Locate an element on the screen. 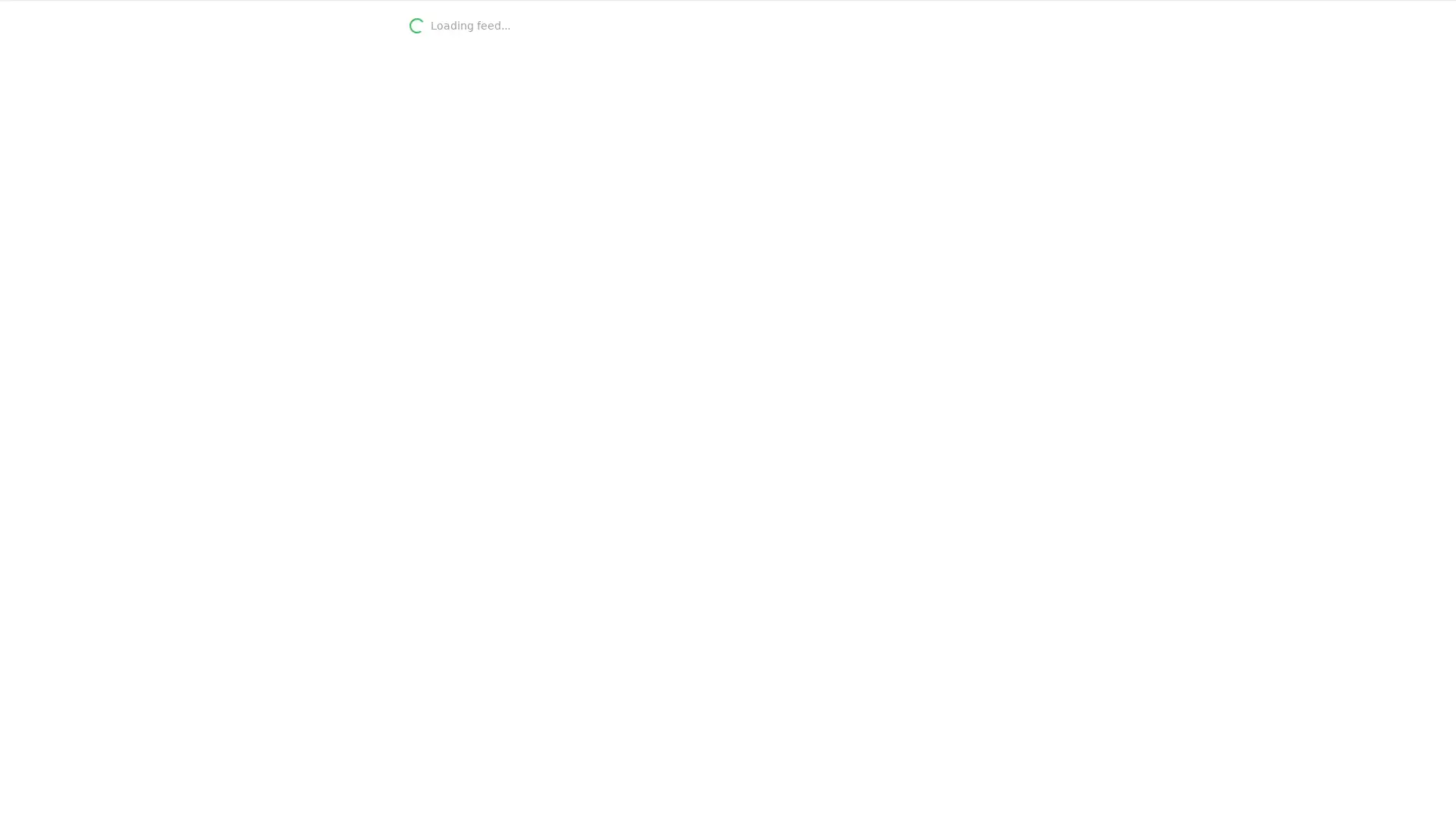  Add keyword is located at coordinates (614, 770).